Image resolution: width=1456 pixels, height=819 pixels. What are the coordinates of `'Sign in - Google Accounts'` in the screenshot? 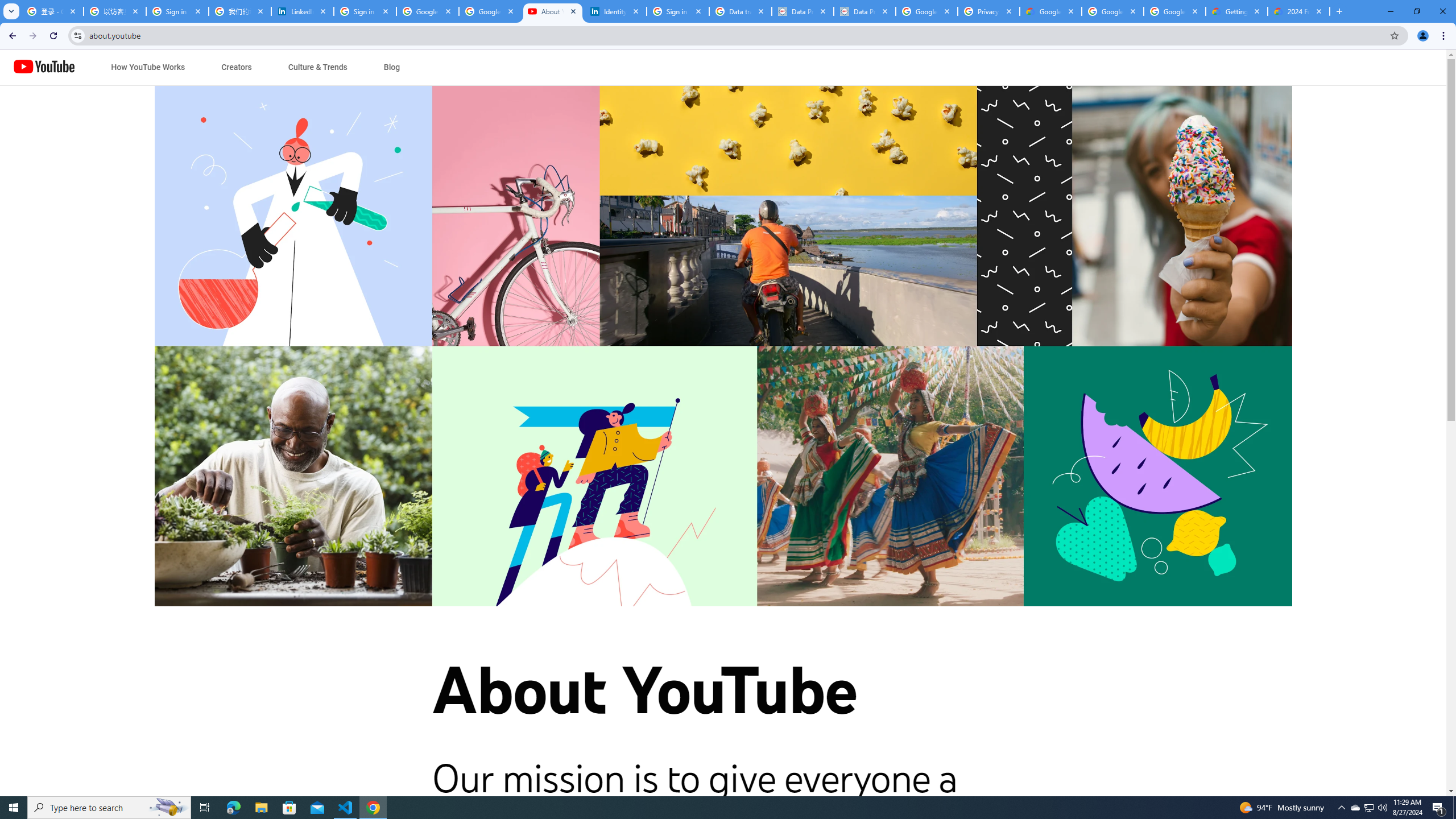 It's located at (677, 11).